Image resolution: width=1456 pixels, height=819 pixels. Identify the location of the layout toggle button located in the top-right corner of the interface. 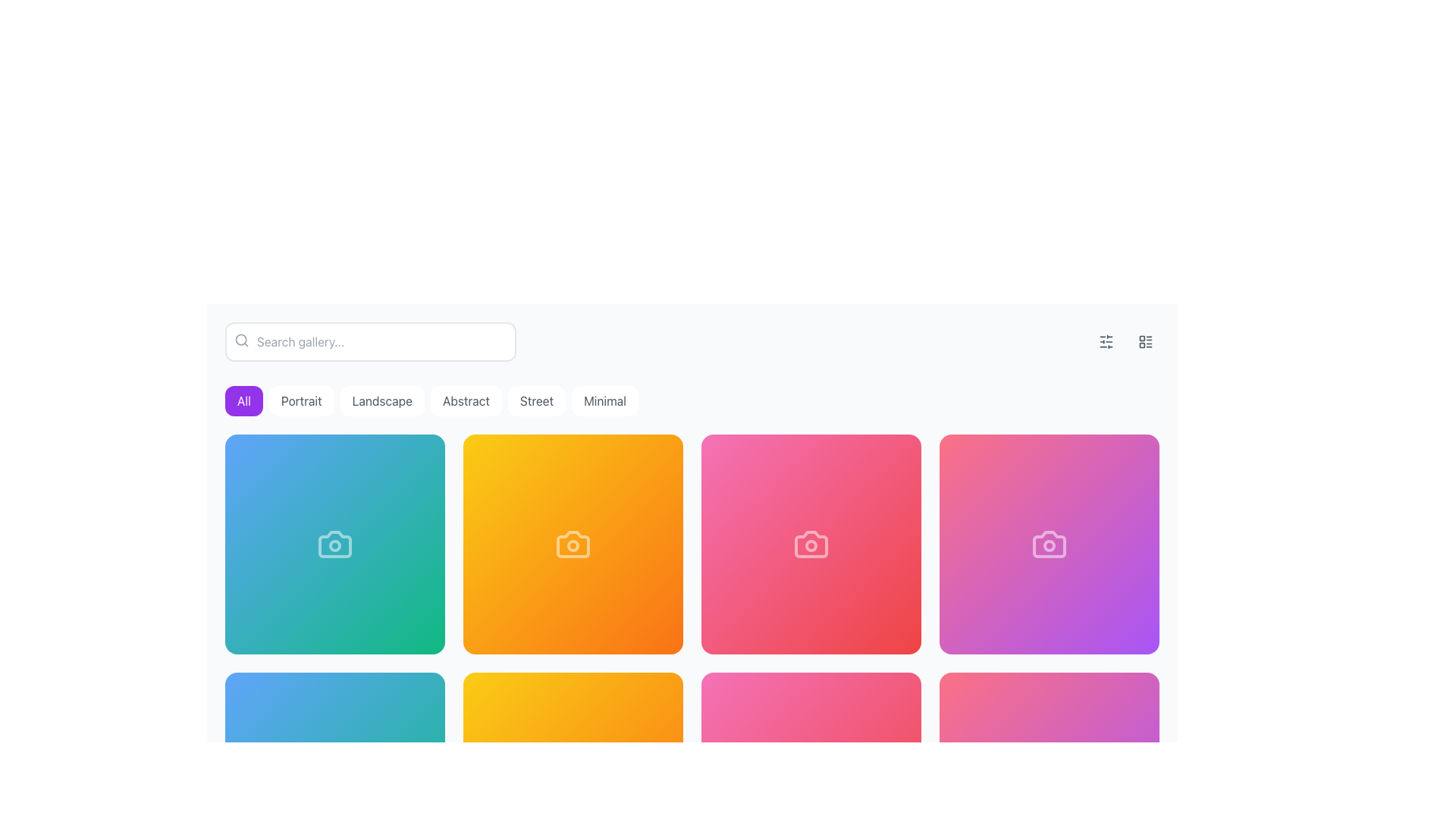
(1146, 342).